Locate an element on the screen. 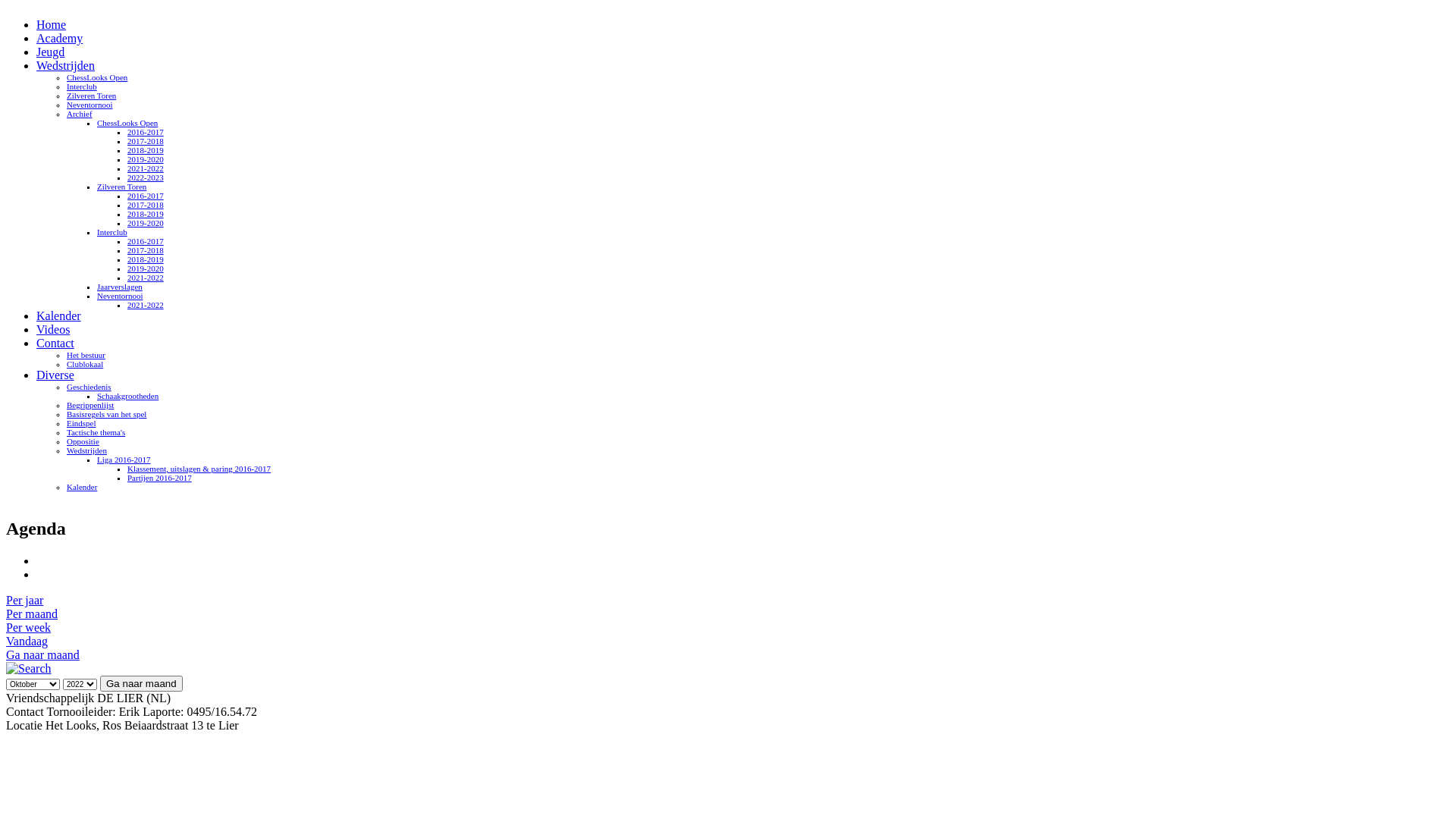 This screenshot has width=1456, height=819. 'Vandaag' is located at coordinates (6, 641).